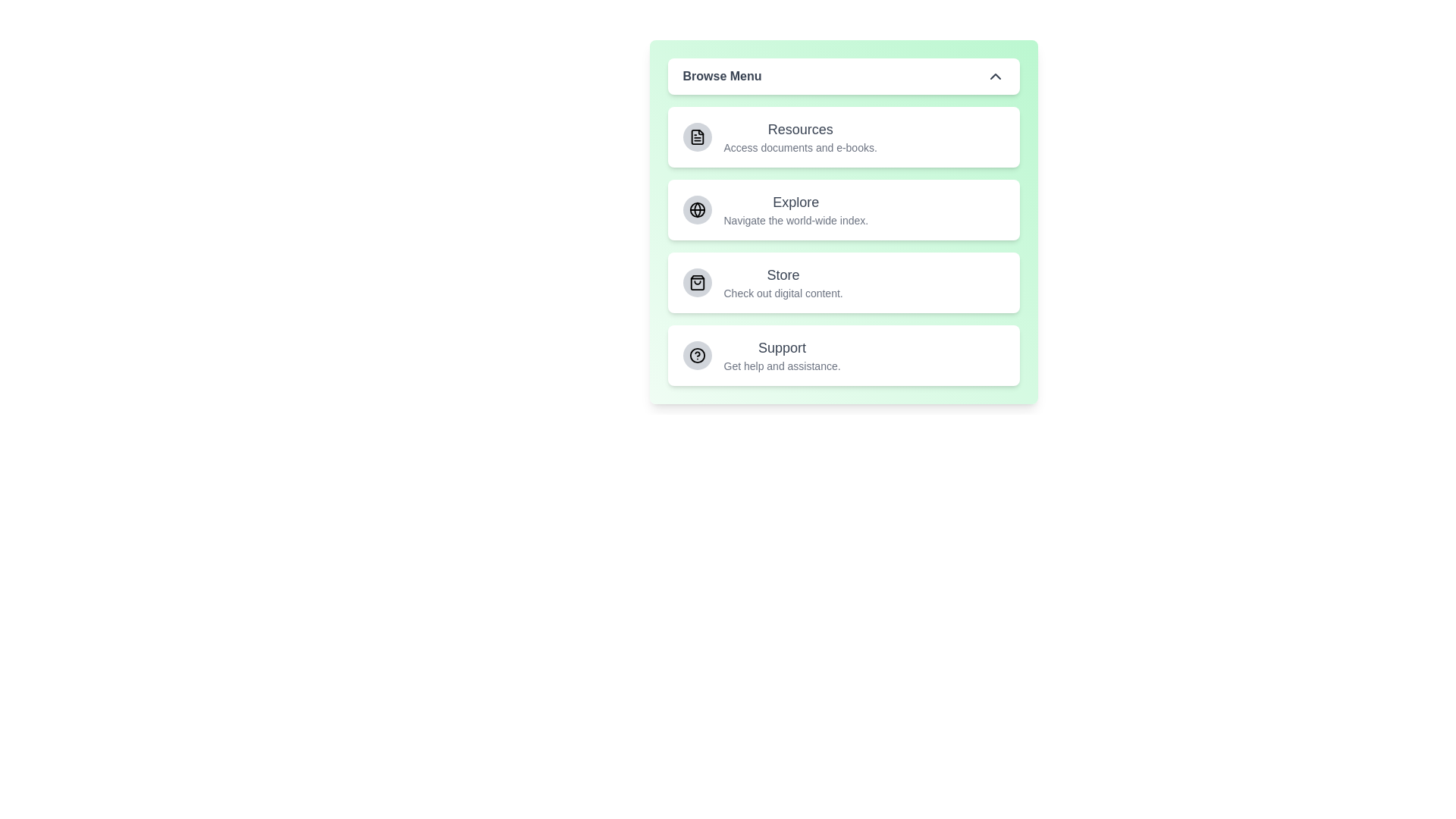 The image size is (1456, 819). I want to click on the menu item Explore by clicking on it, so click(843, 210).